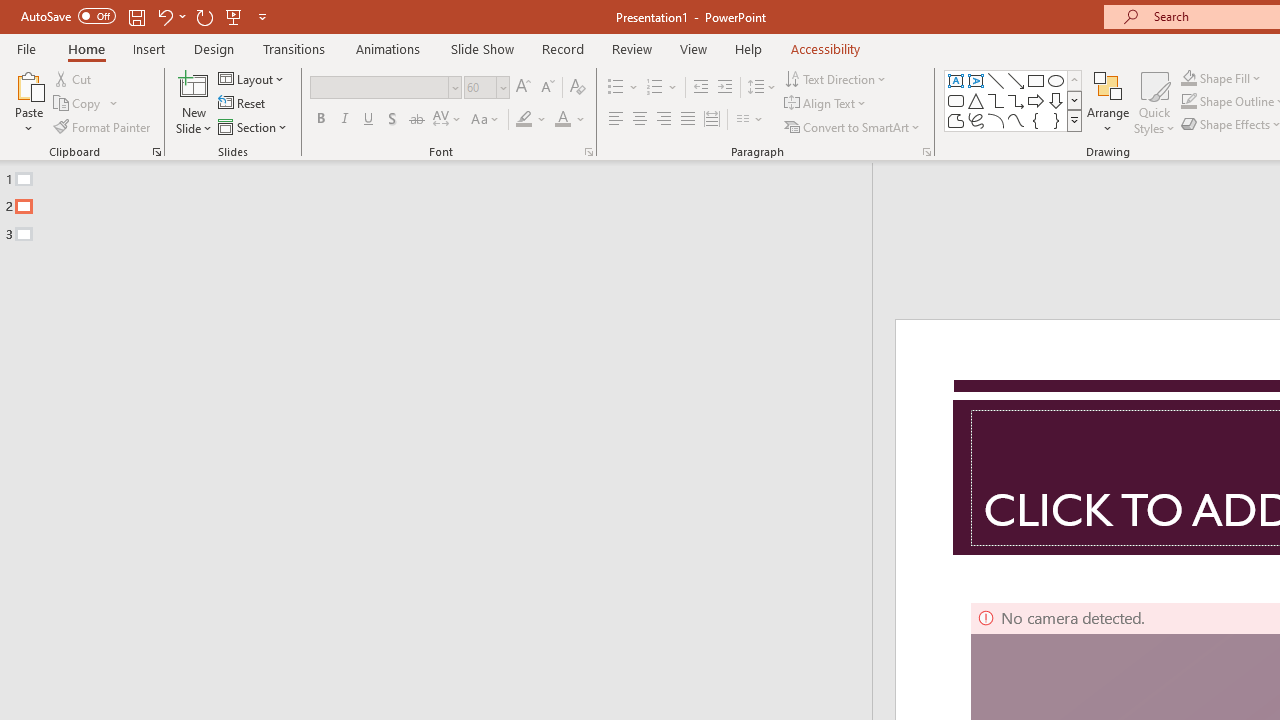 This screenshot has width=1280, height=720. I want to click on 'Decrease Font Size', so click(547, 86).